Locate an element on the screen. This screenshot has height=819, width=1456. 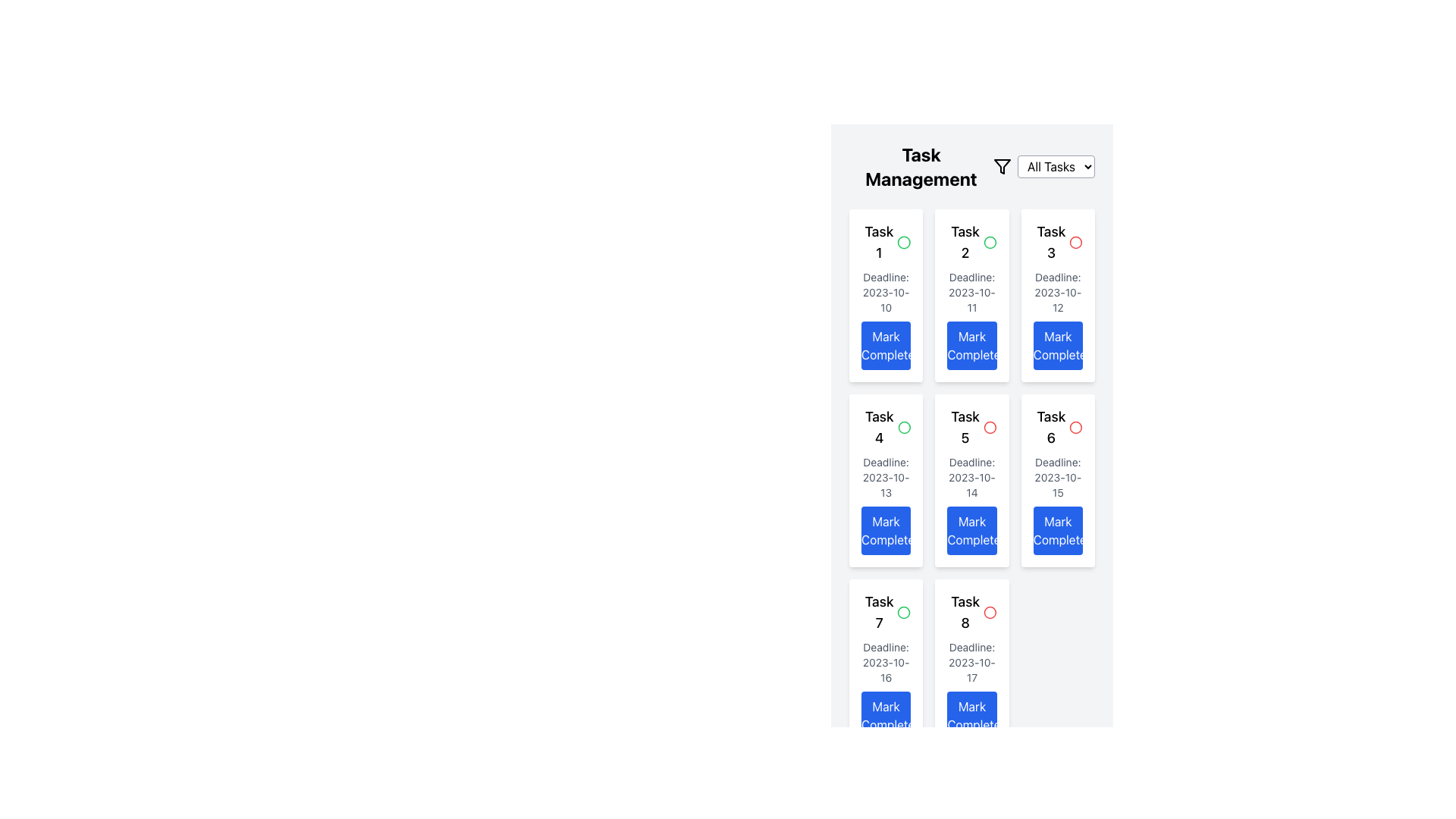
the 'Mark Completed' button on the third task card in the task management interface to mark the task as completed is located at coordinates (1057, 295).